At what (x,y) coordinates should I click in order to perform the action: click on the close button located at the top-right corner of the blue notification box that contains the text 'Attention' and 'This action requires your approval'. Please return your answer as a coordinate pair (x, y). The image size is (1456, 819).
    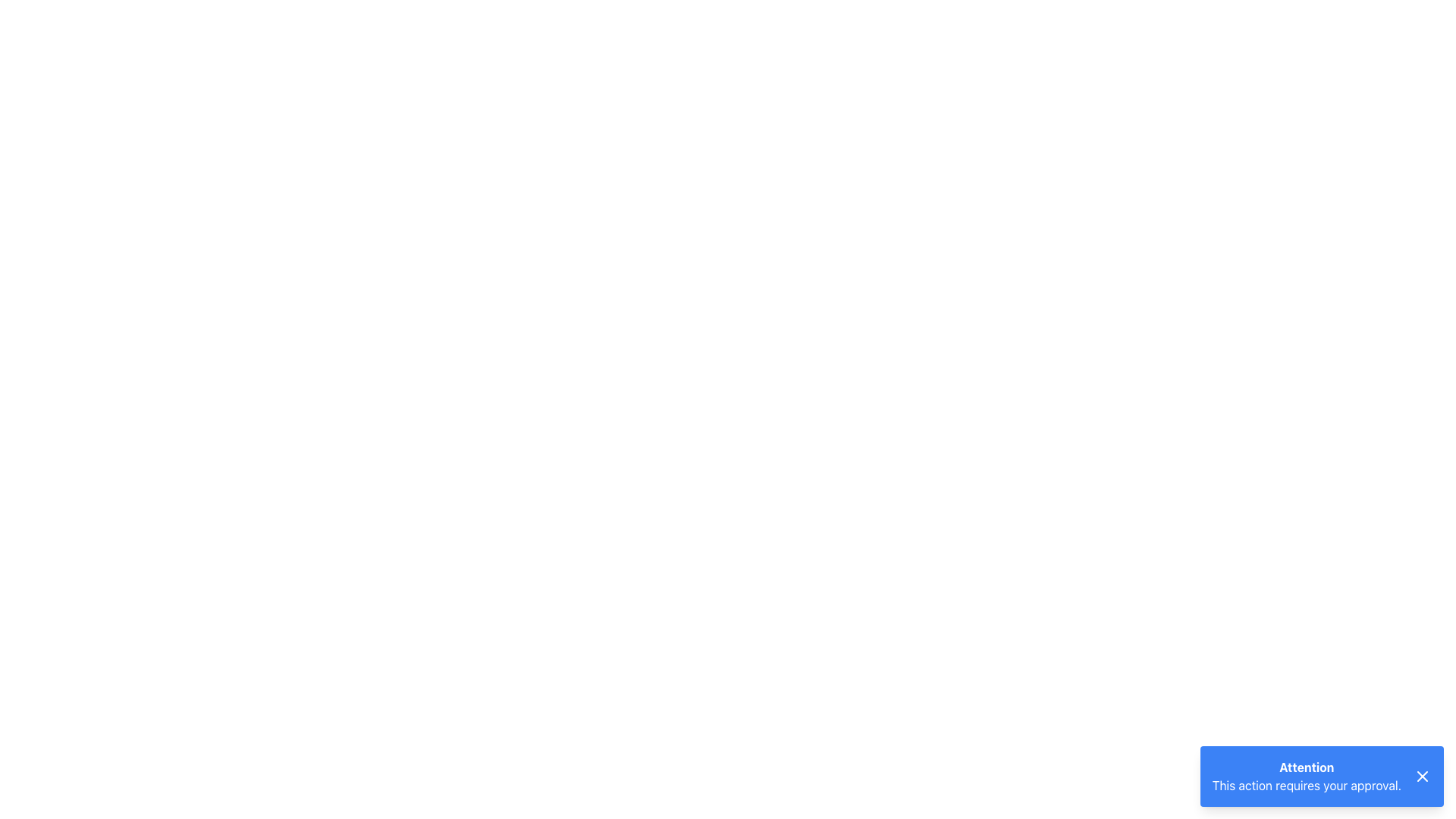
    Looking at the image, I should click on (1422, 776).